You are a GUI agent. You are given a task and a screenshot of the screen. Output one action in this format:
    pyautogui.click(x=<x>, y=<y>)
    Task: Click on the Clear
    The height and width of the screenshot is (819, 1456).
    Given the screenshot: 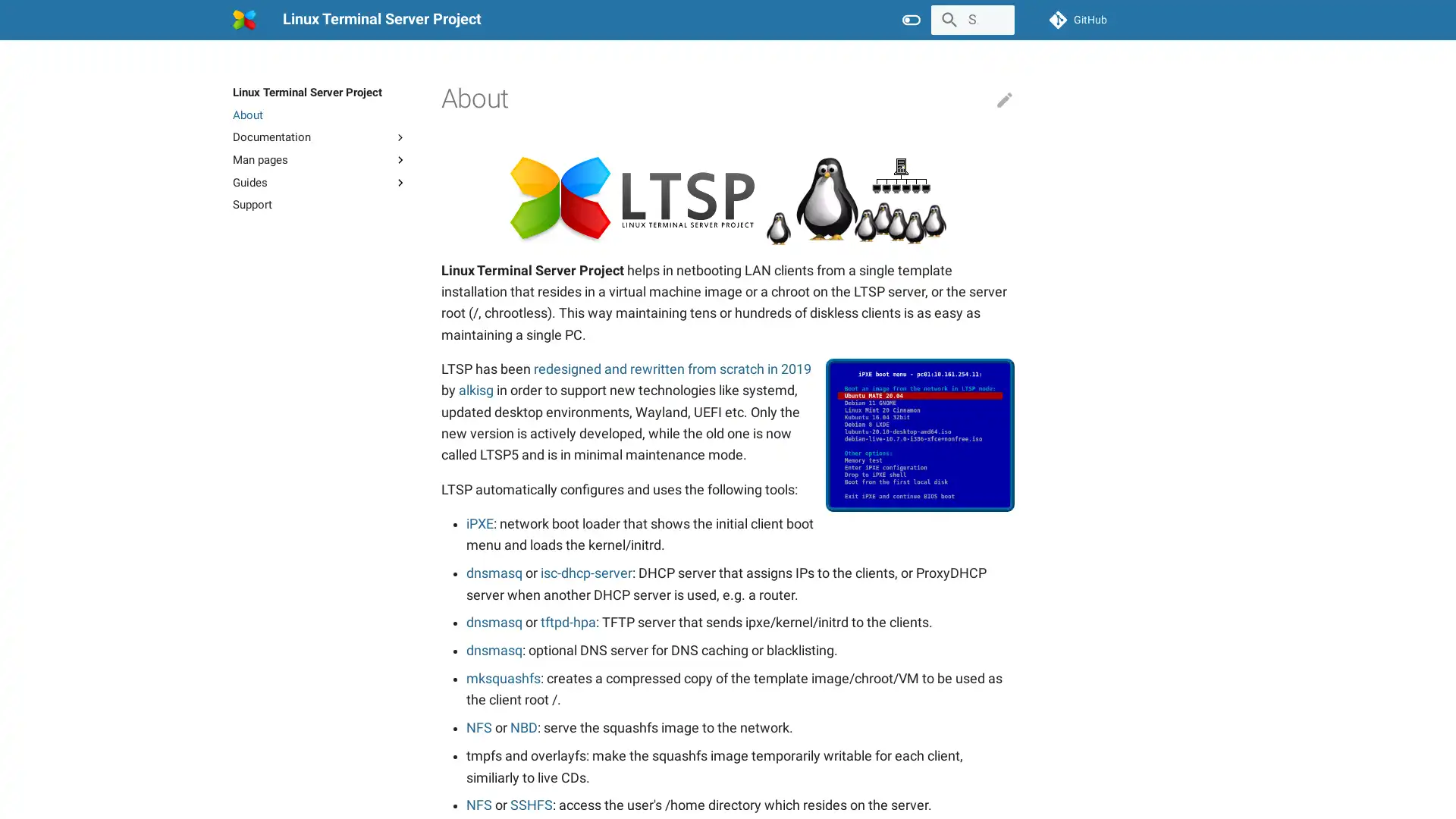 What is the action you would take?
    pyautogui.click(x=996, y=20)
    